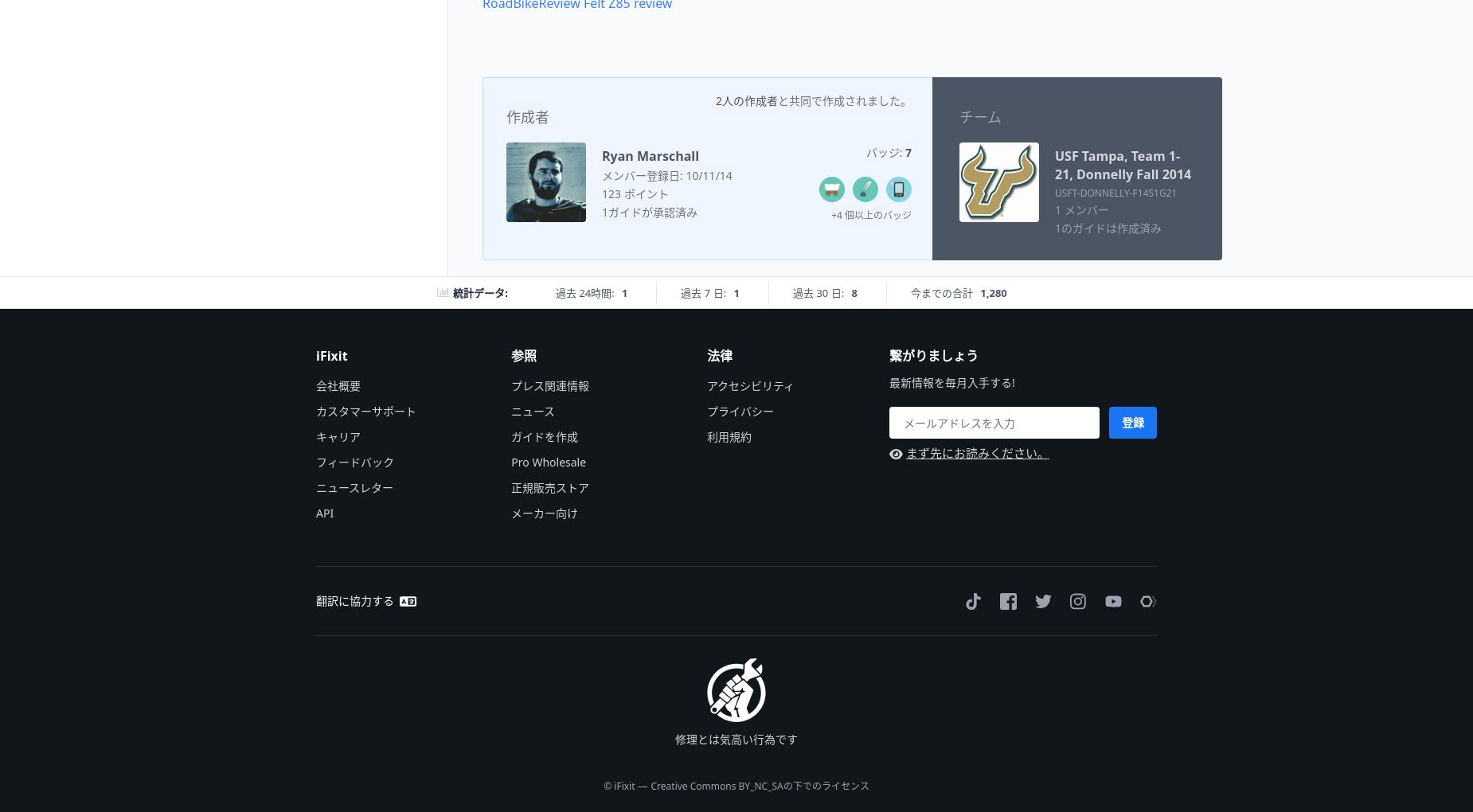  What do you see at coordinates (650, 210) in the screenshot?
I see `'1ガイドが承認済み'` at bounding box center [650, 210].